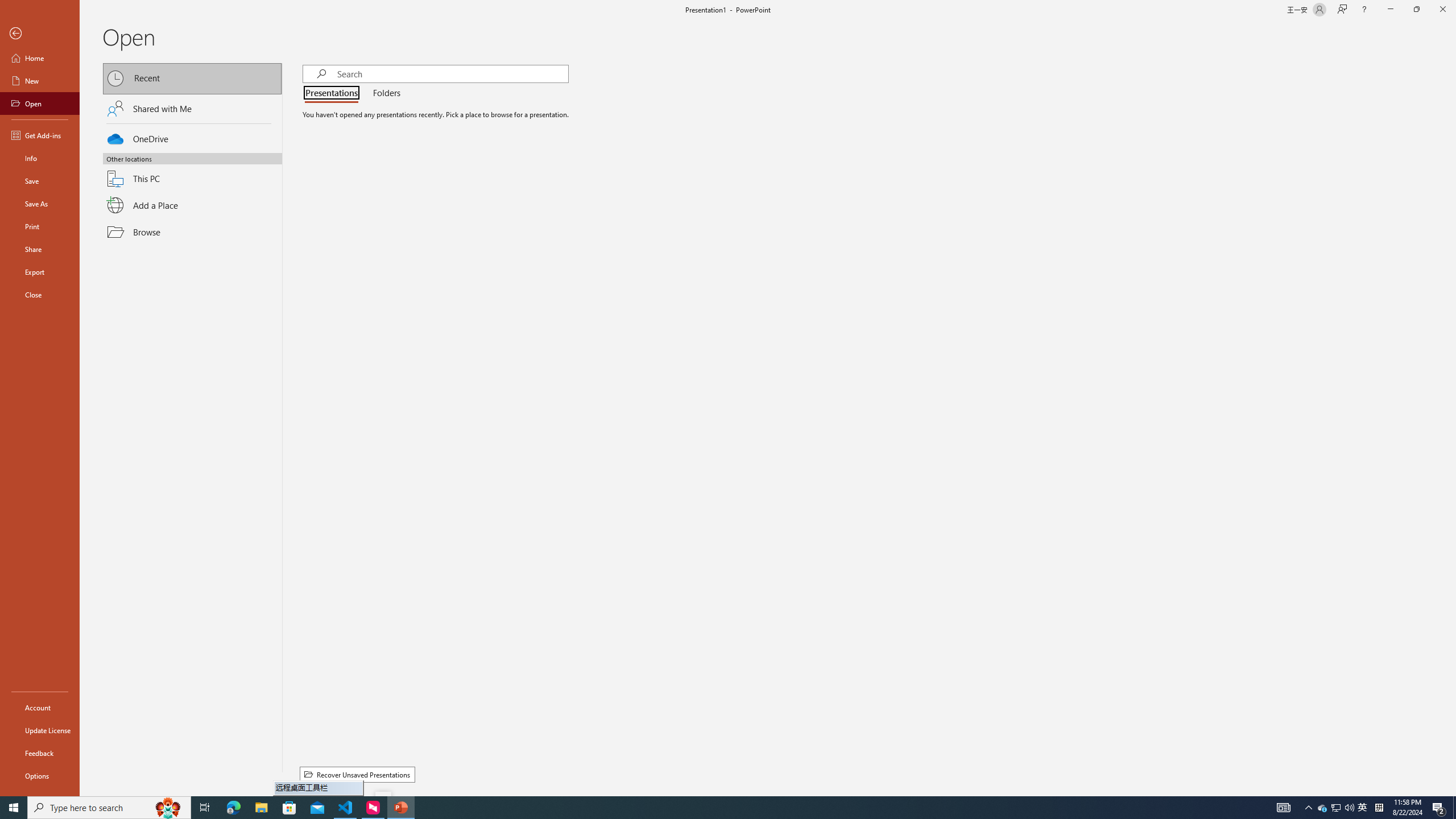  I want to click on 'New', so click(39, 80).